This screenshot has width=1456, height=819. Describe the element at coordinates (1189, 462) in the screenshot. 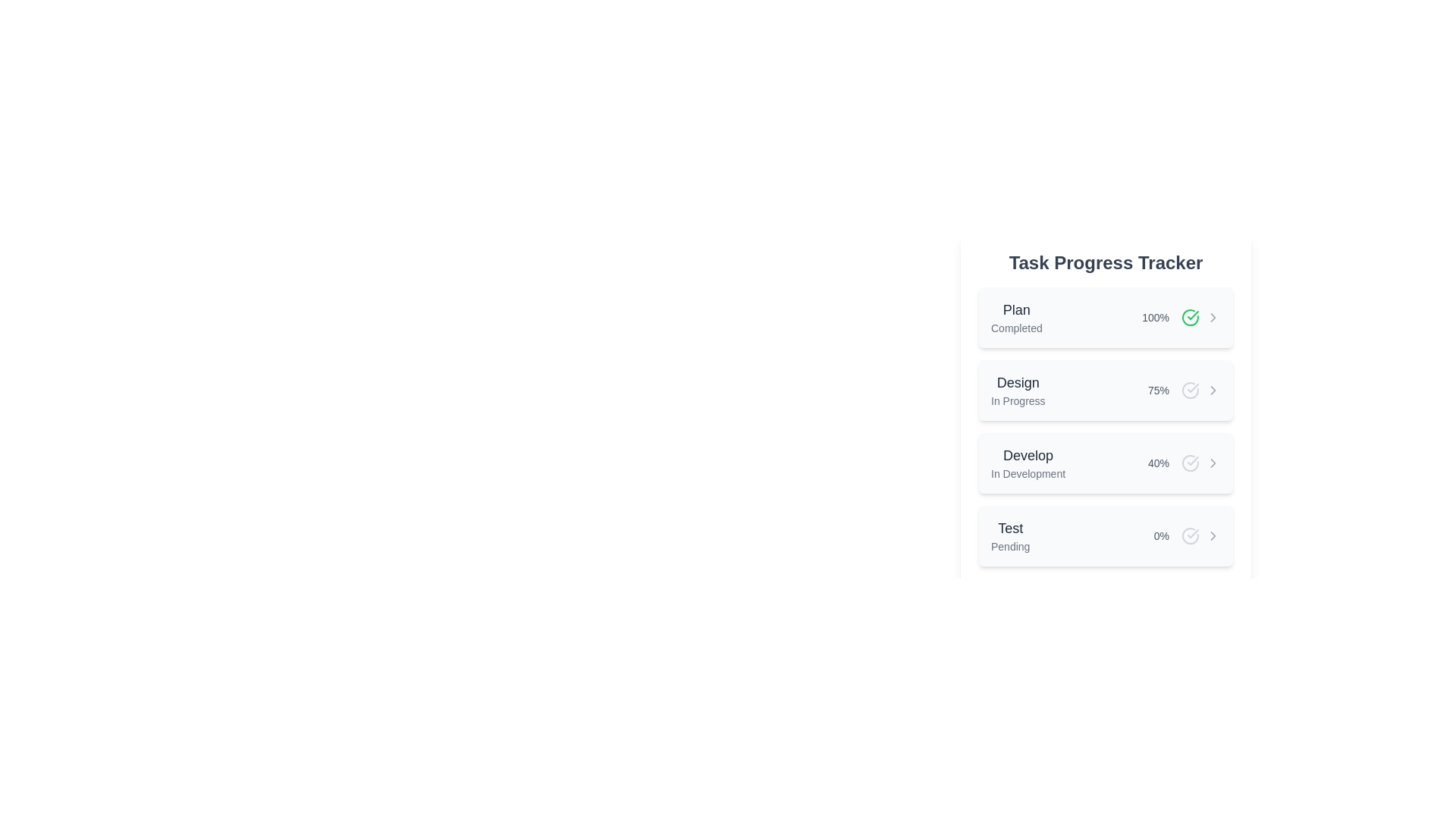

I see `the status indicator icon that represents completion or confirmation of the related task, located to the right of the '40%' text in the 'Develop' progress section` at that location.